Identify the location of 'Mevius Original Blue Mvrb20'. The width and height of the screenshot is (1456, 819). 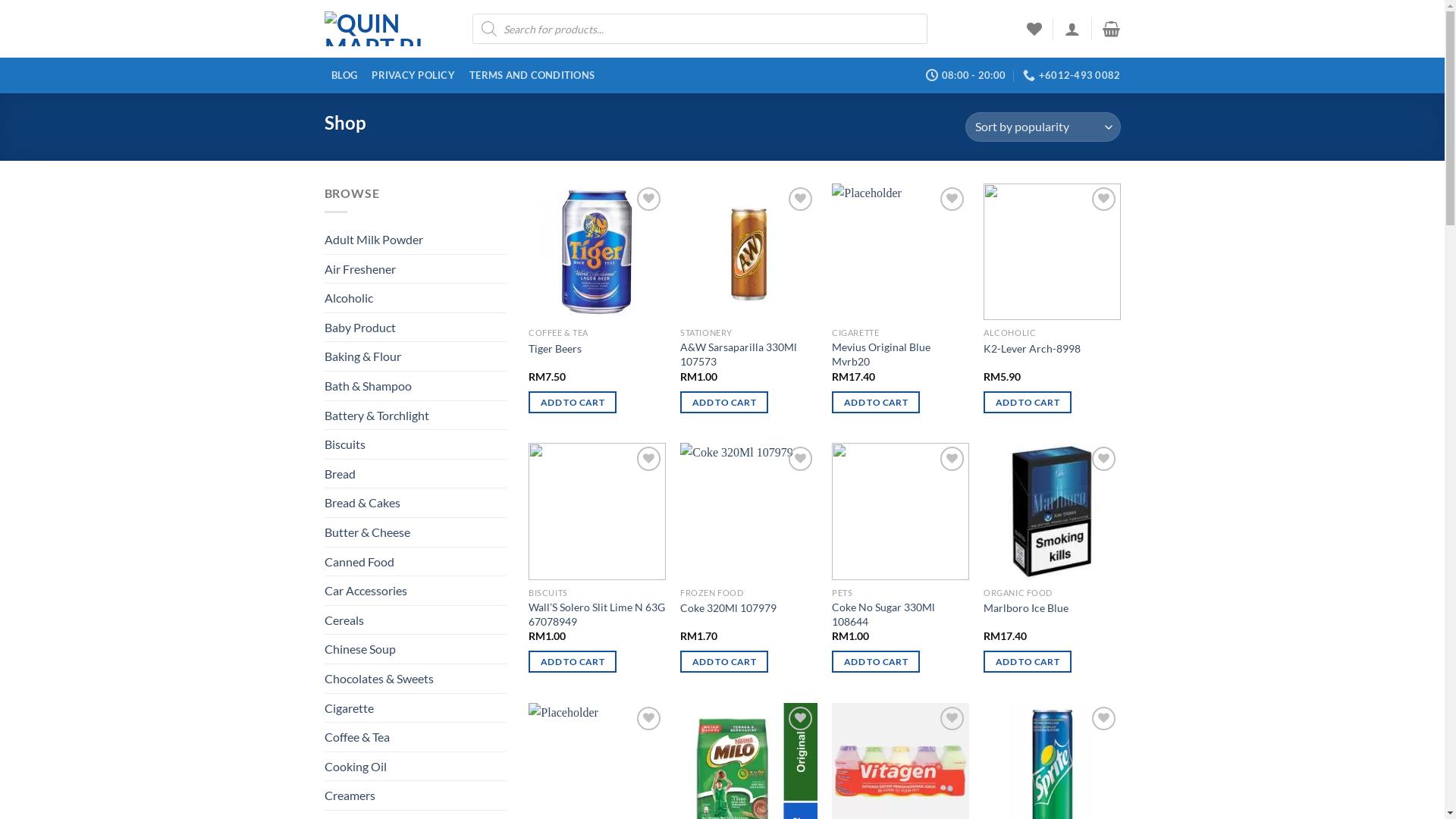
(899, 354).